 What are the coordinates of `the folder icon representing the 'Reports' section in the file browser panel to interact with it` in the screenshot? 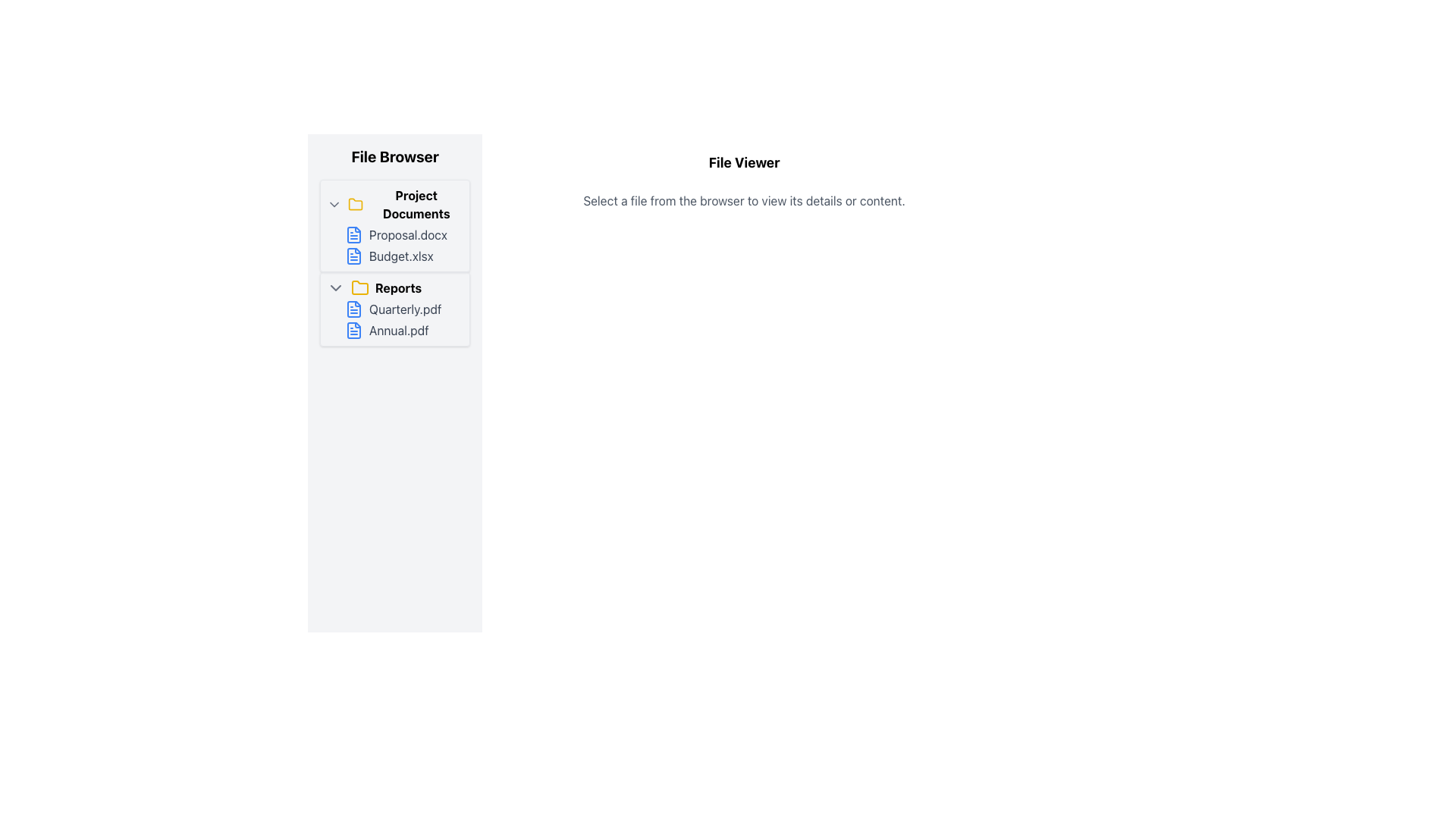 It's located at (359, 287).